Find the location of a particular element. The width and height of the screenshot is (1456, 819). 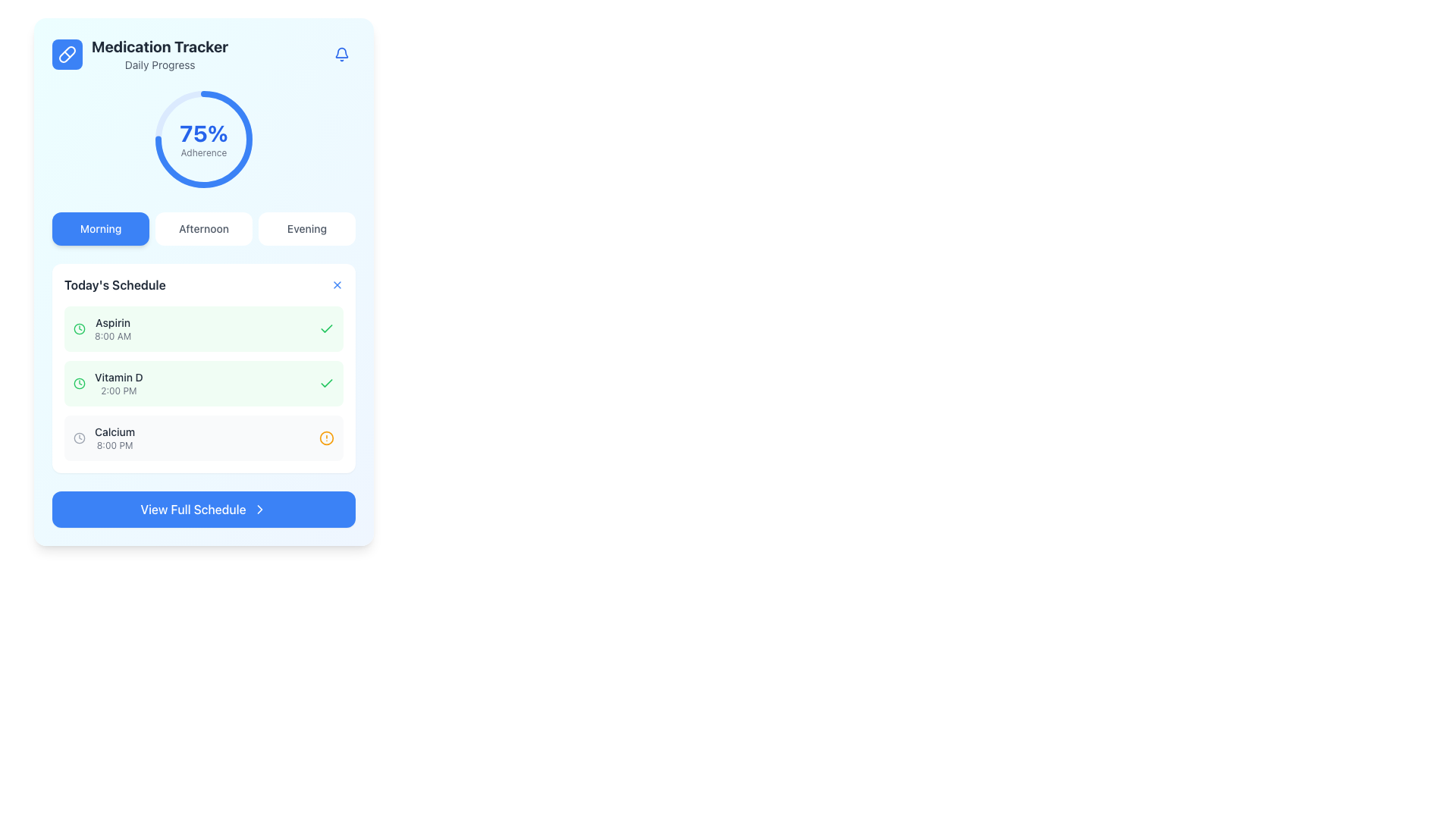

the 'View Full Schedule' button with a blue background and white text at the bottom of the 'Medication Tracker' card is located at coordinates (202, 509).